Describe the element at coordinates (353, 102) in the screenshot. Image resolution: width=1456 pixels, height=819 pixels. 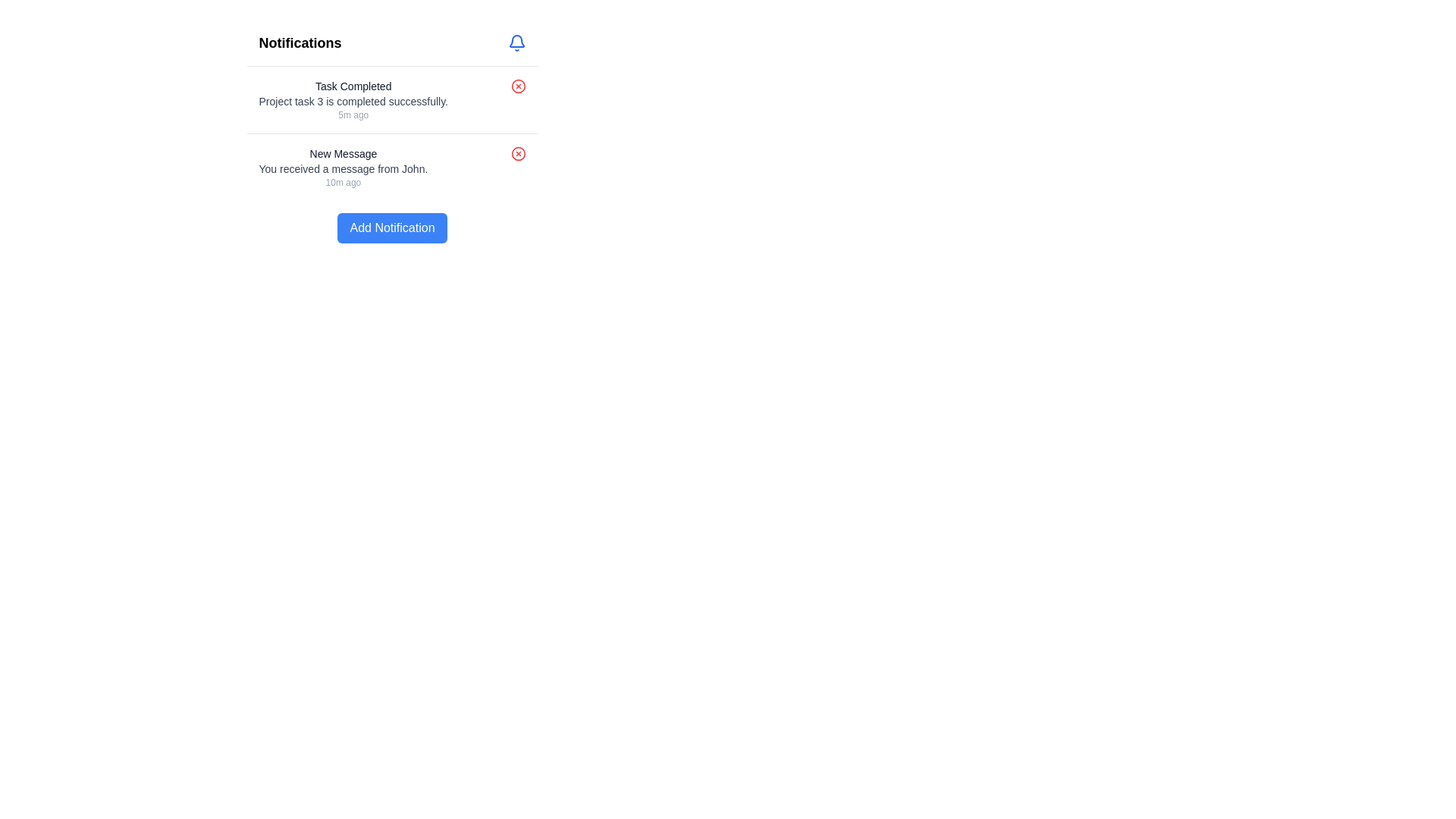
I see `the Text element that provides additional details regarding the completed task, which is positioned directly below the 'Task Completed' notification` at that location.